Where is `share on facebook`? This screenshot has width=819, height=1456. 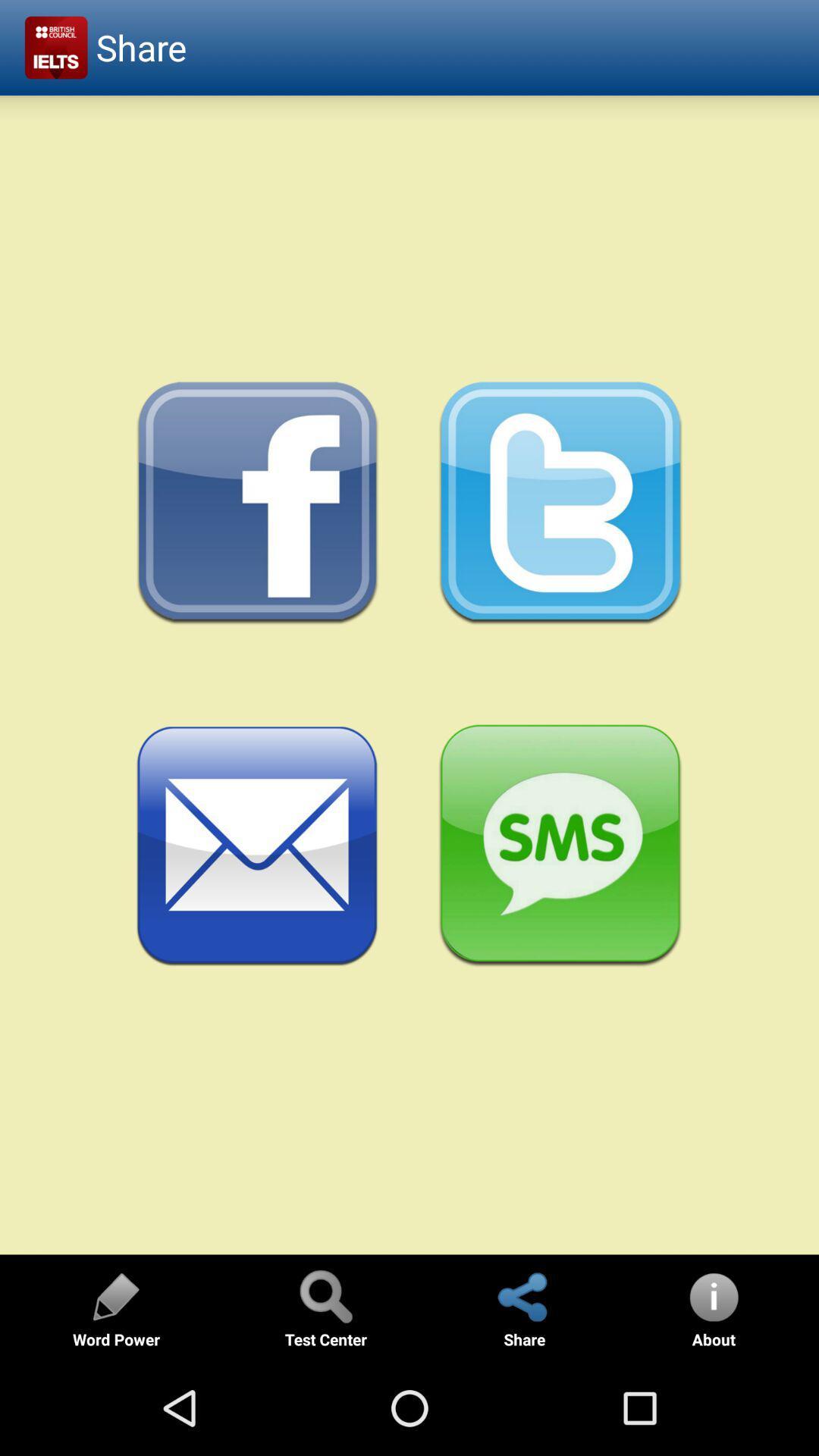
share on facebook is located at coordinates (257, 504).